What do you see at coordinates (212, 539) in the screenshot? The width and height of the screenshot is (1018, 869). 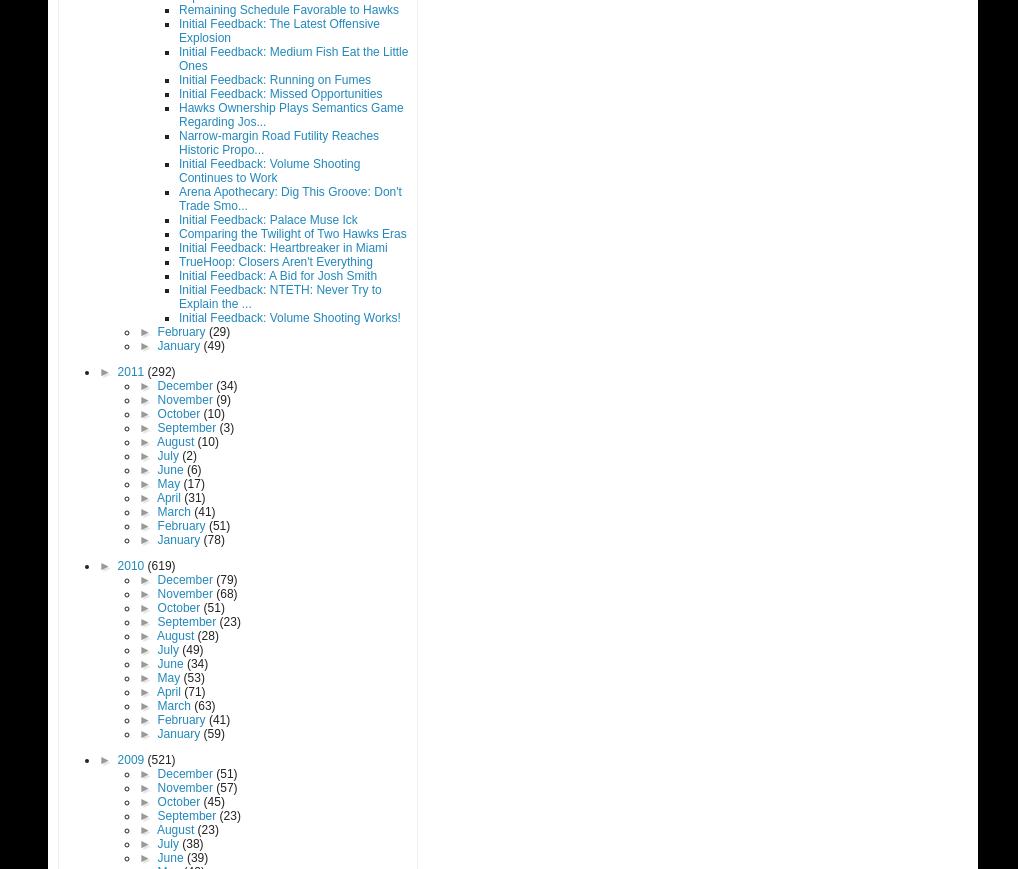 I see `'(78)'` at bounding box center [212, 539].